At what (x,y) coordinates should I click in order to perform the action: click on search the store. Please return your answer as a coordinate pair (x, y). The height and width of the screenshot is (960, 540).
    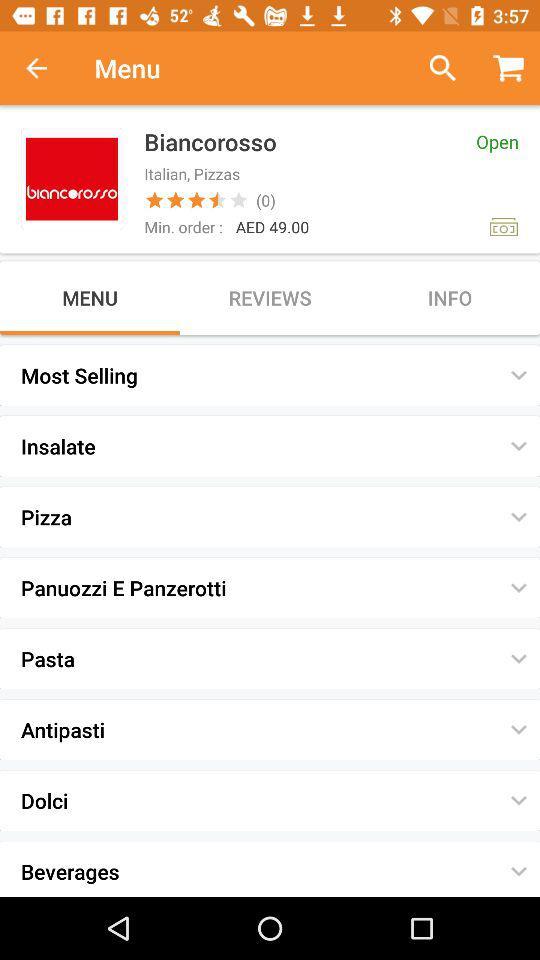
    Looking at the image, I should click on (434, 68).